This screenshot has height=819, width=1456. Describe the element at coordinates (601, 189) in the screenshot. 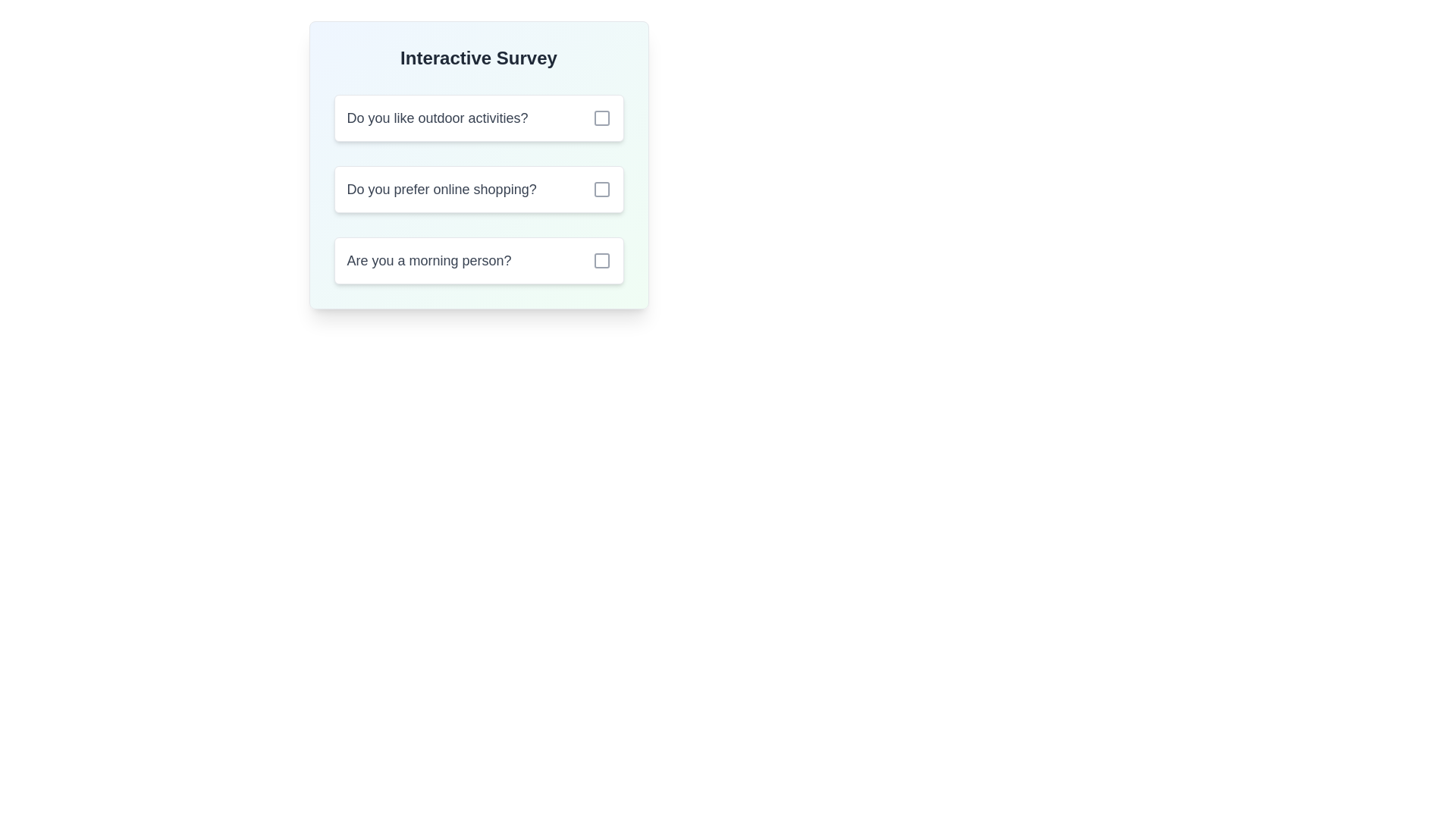

I see `the second checkbox adjacent` at that location.